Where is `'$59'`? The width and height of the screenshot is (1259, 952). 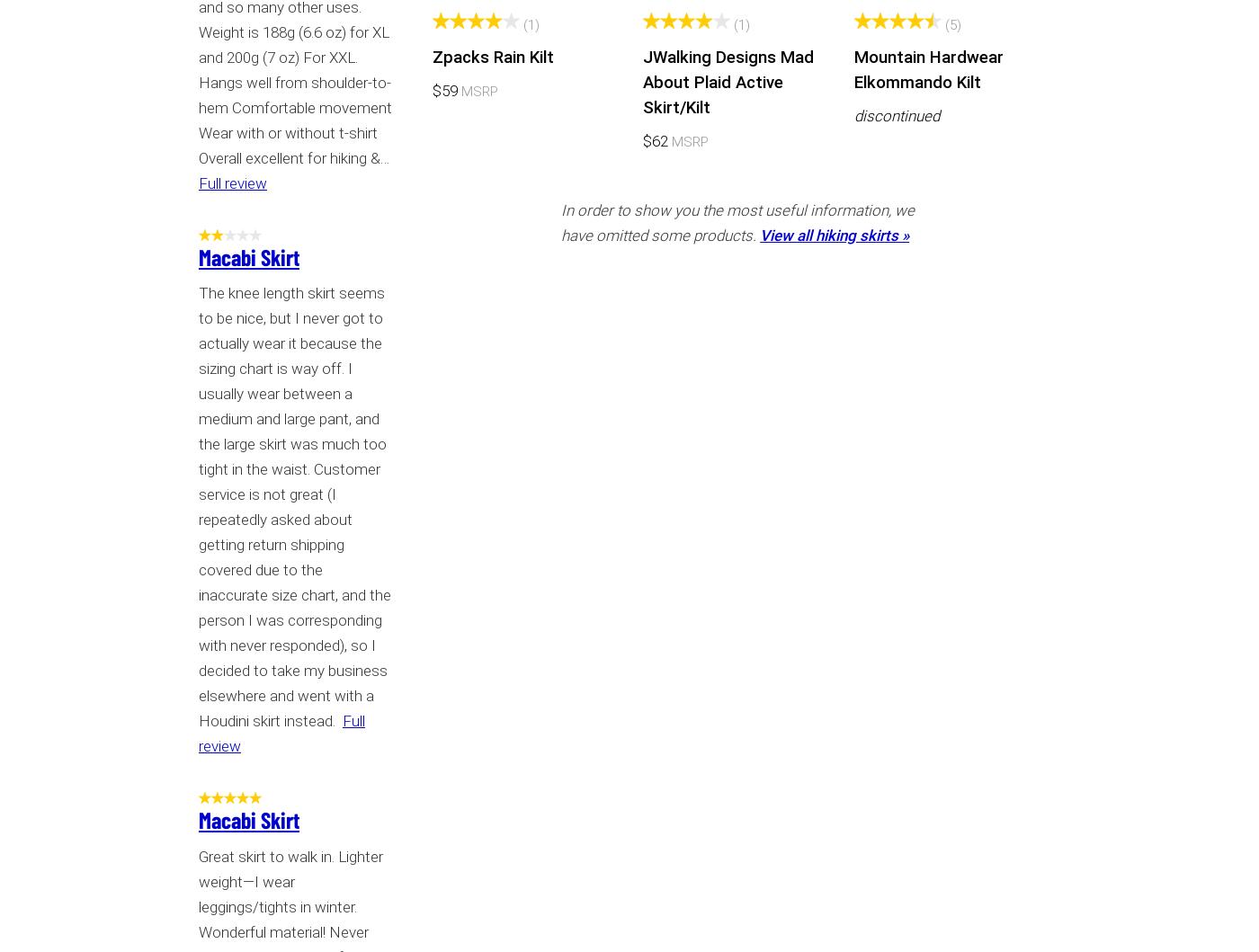
'$59' is located at coordinates (445, 89).